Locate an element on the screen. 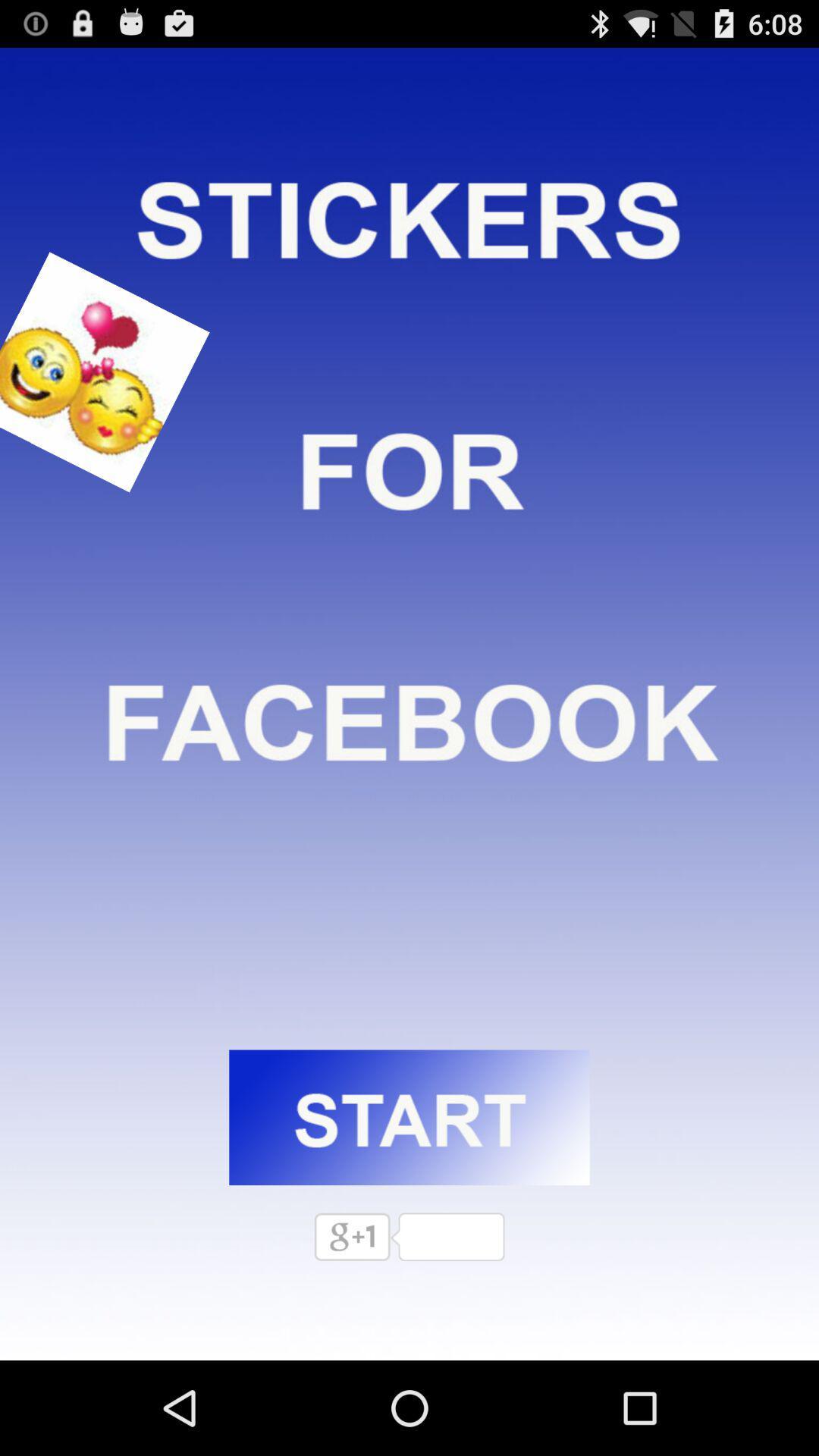  smile is located at coordinates (89, 372).